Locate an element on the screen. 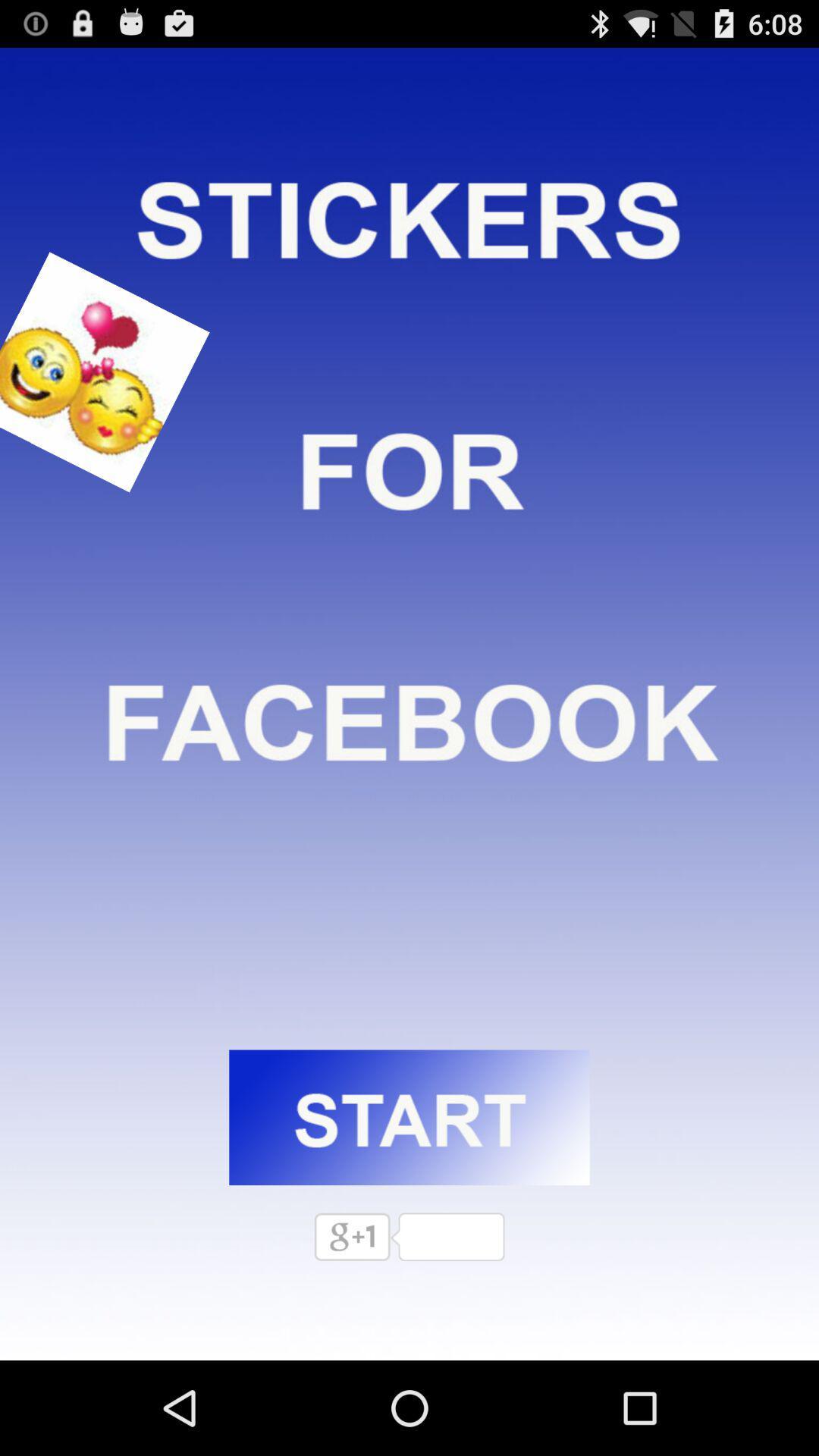  smile is located at coordinates (89, 372).